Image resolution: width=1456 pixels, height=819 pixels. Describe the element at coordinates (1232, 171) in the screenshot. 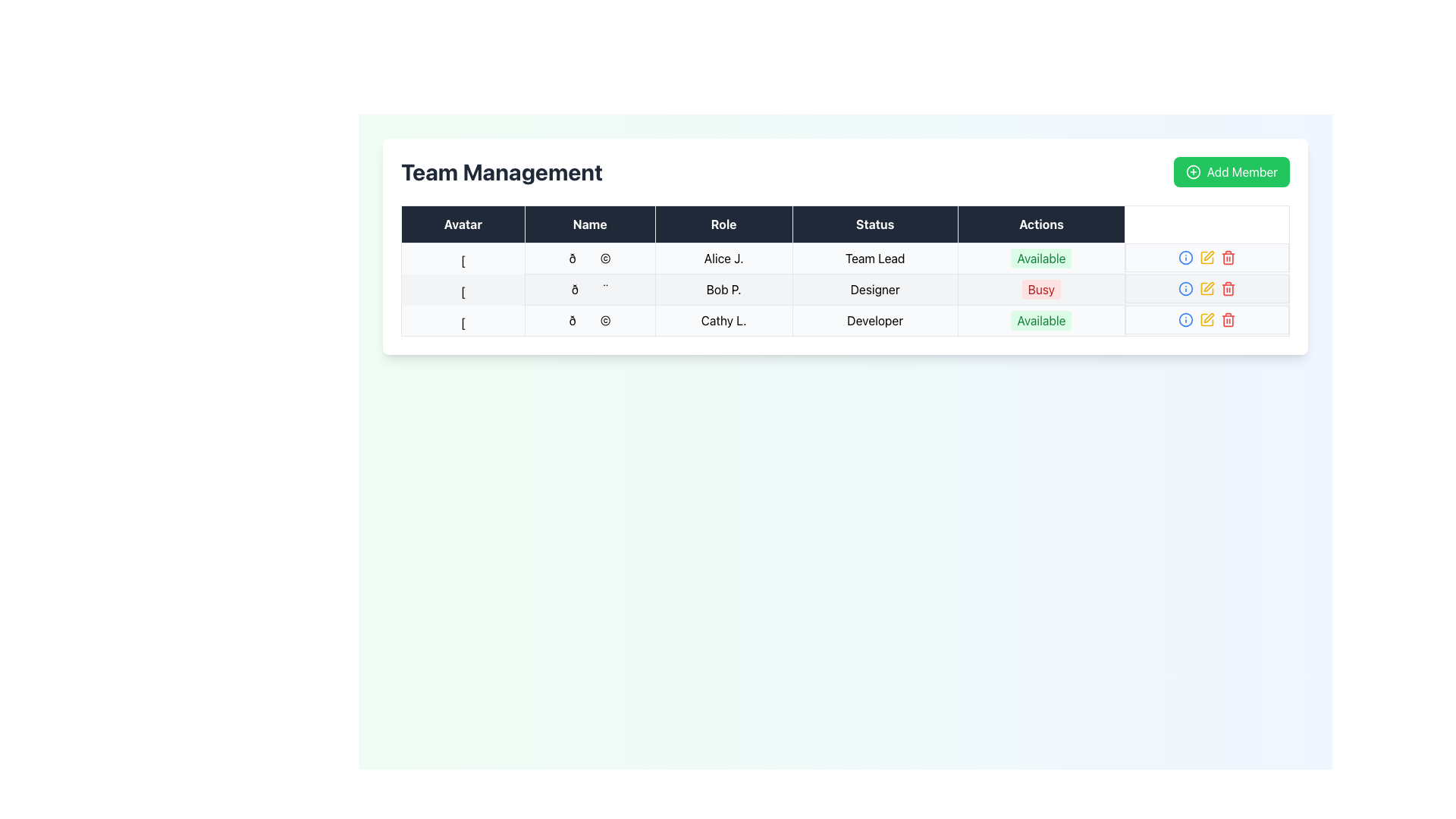

I see `the button located in the top-right corner of the interface, to the right of the 'Team Management' title, which triggers hover effects` at that location.